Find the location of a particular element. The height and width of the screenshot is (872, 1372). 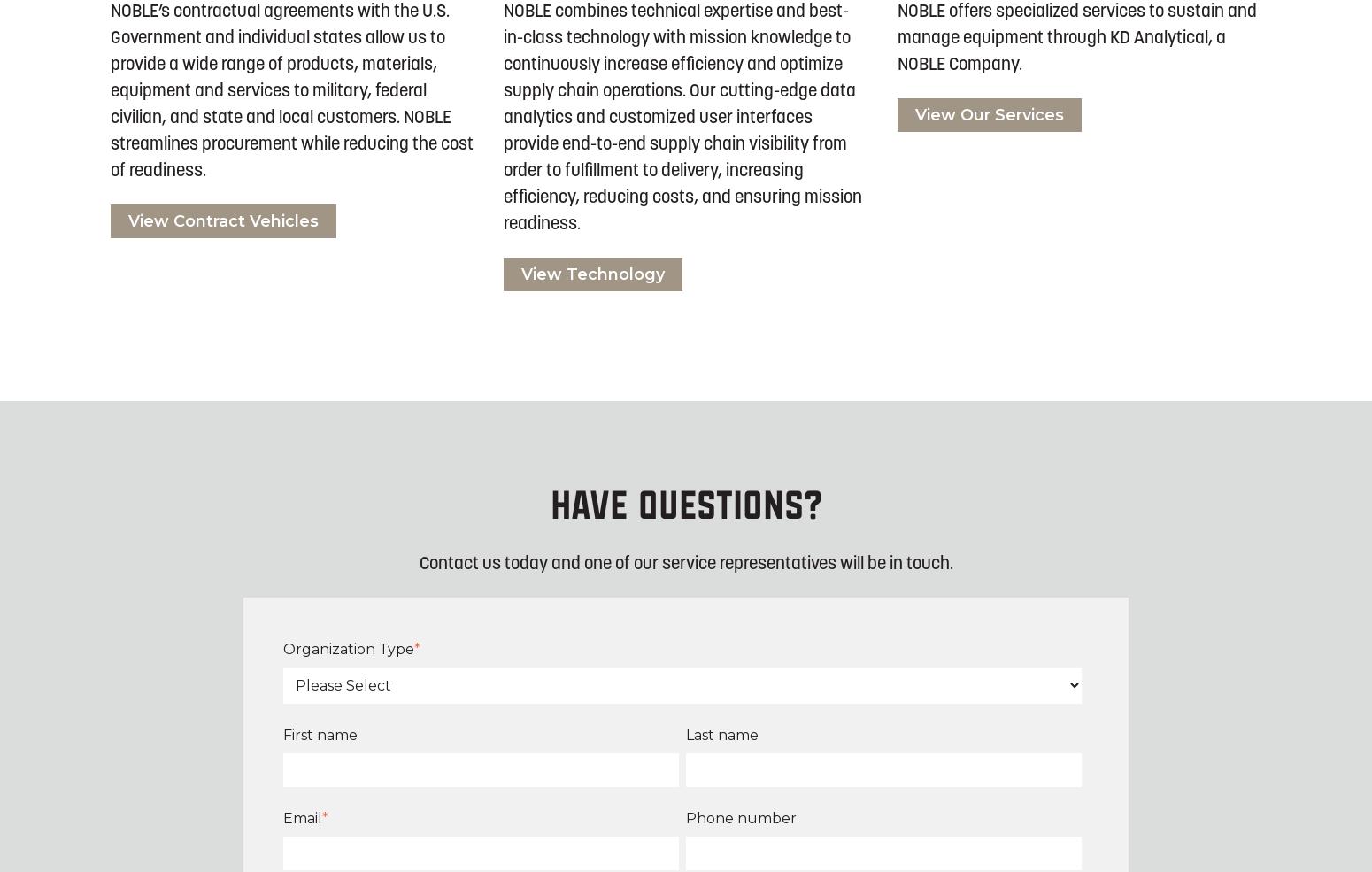

'Contact us today and one of our service representatives will be in touch.' is located at coordinates (685, 562).